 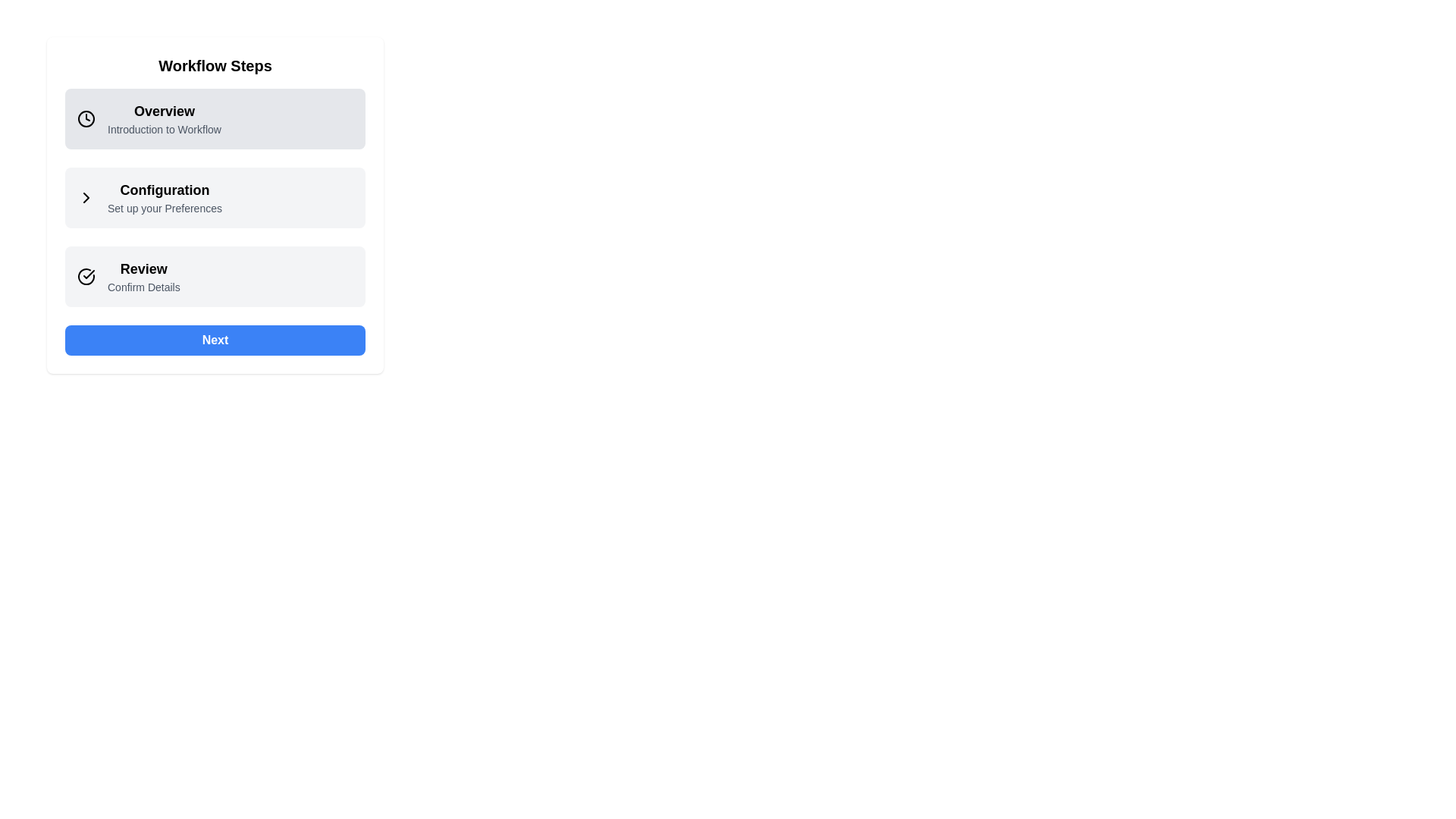 I want to click on the circular clock icon located in the header of the 'Overview' step in the Workflow Steps panel, so click(x=86, y=118).